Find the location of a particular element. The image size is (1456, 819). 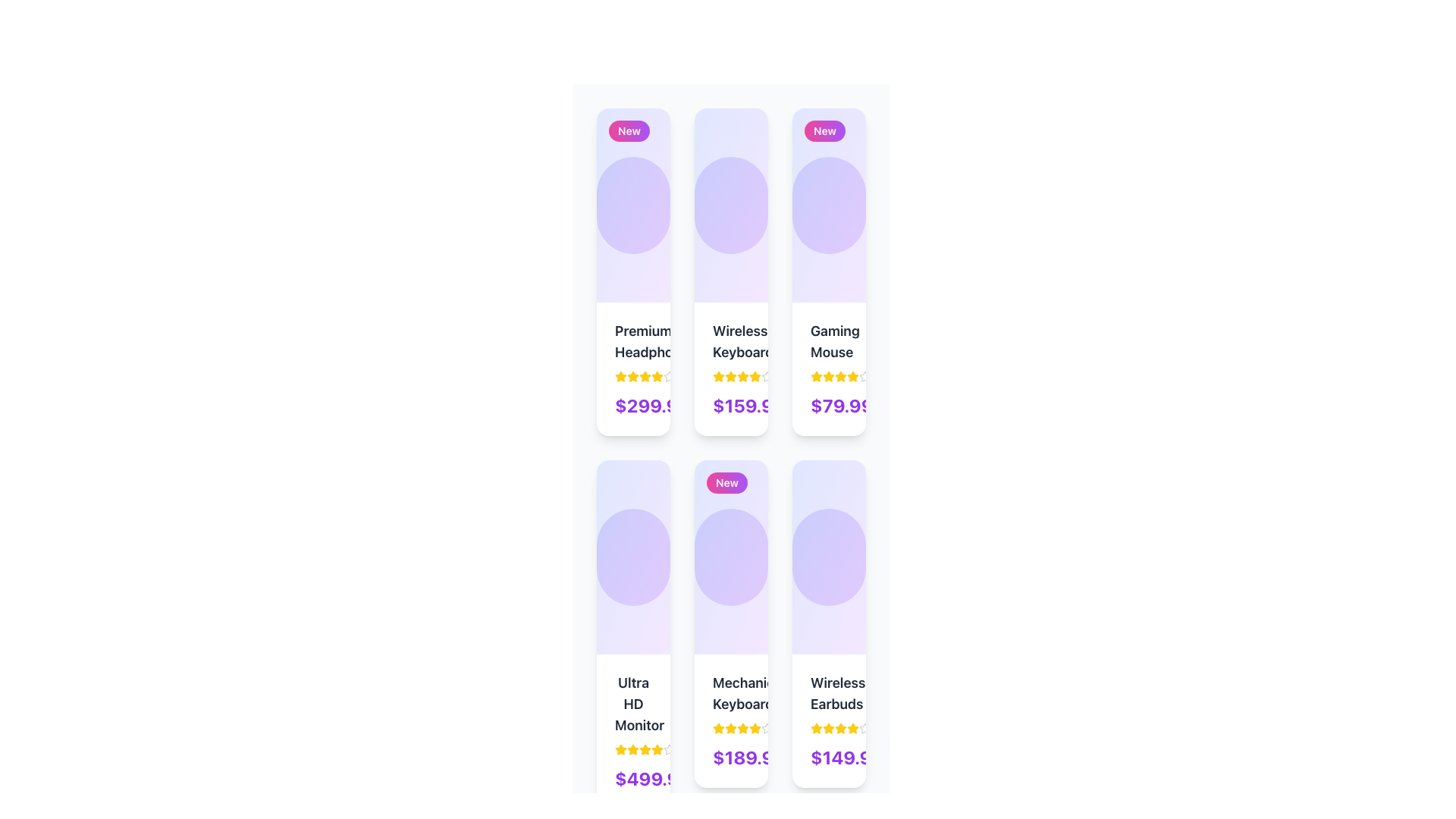

the fifth star icon in the star rating system for the product 'Ultra HD Monitor' is located at coordinates (645, 748).